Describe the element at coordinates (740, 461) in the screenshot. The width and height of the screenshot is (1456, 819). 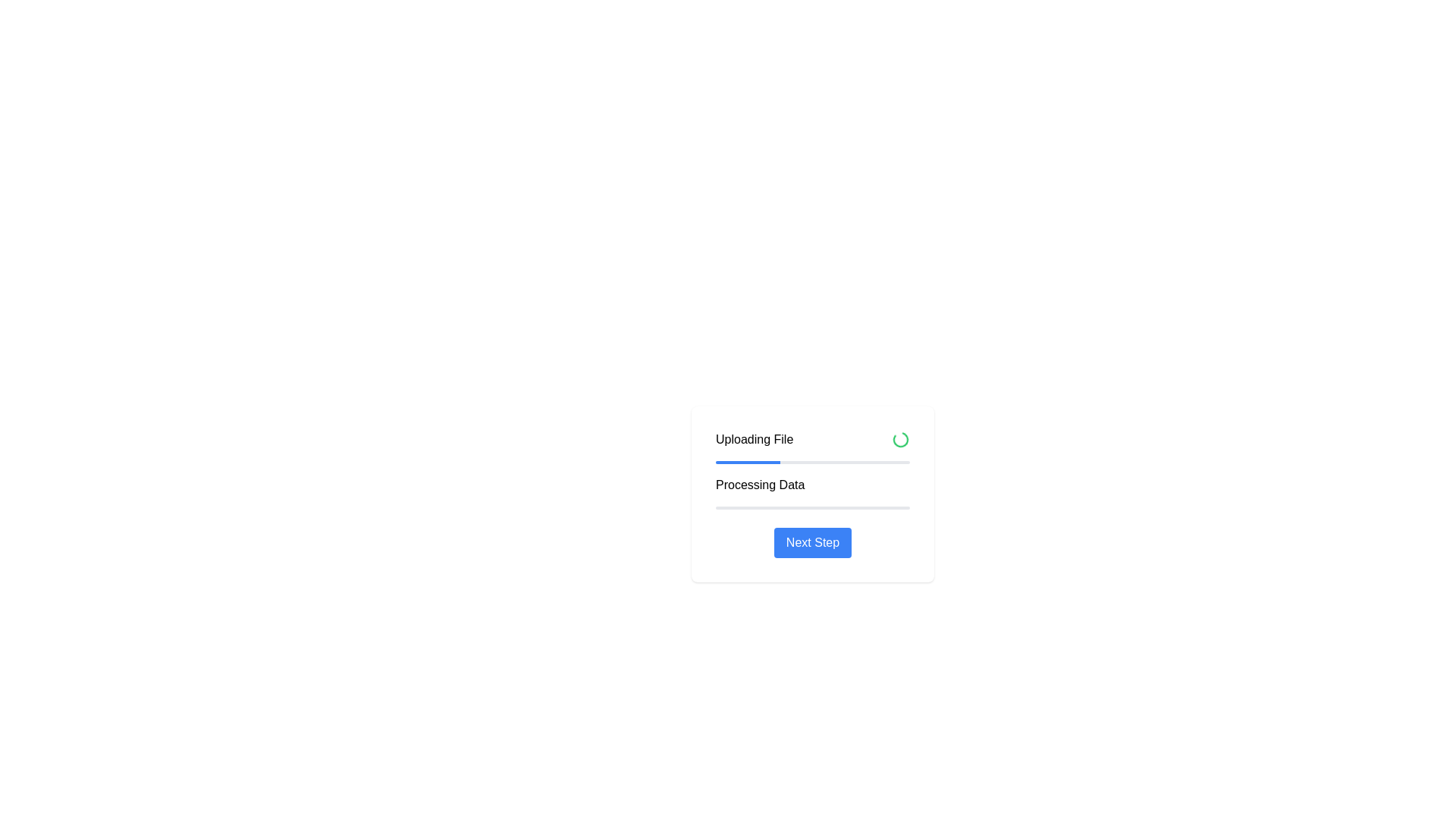
I see `the progress bar` at that location.